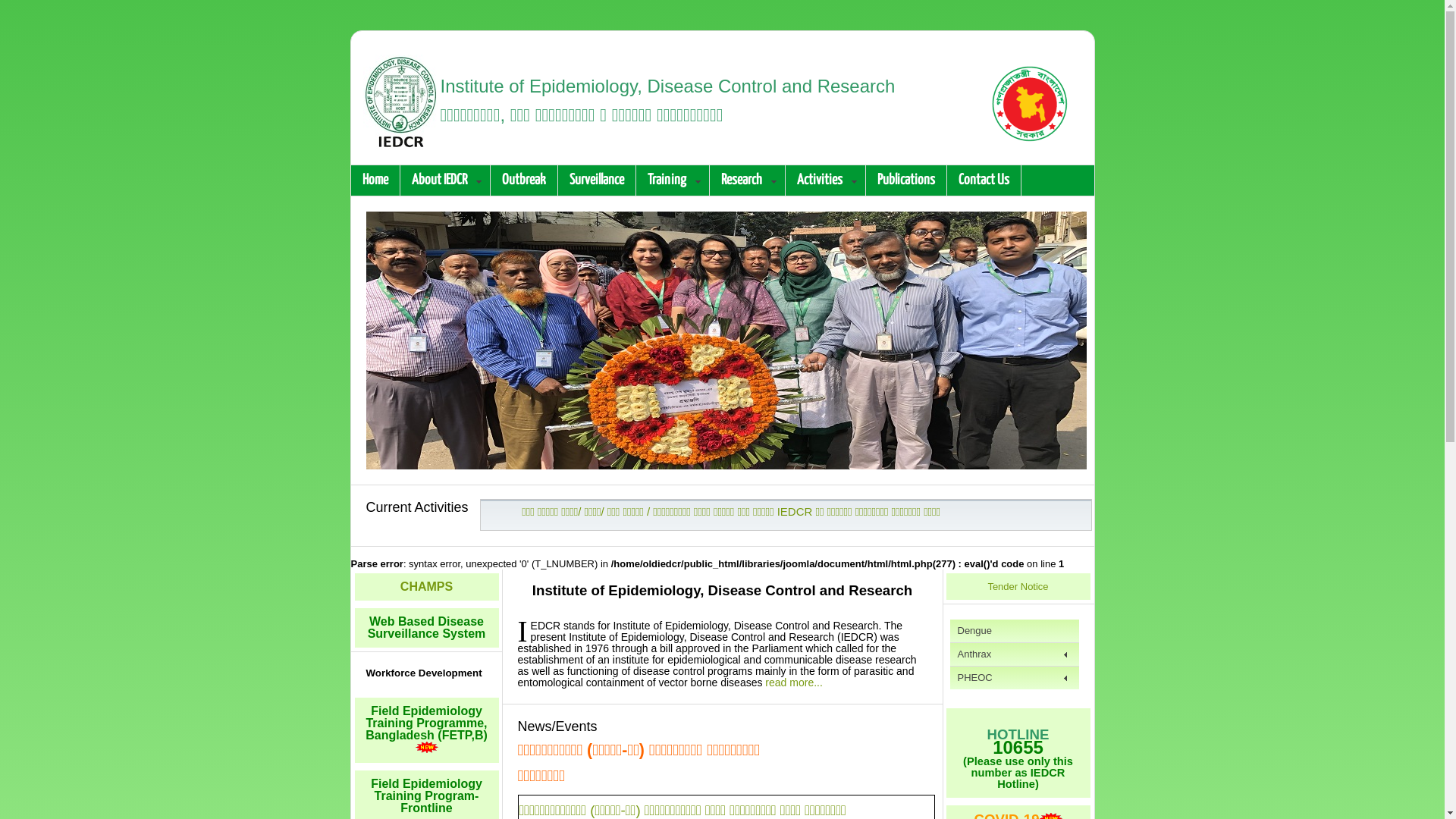  Describe the element at coordinates (792, 681) in the screenshot. I see `'read more...'` at that location.